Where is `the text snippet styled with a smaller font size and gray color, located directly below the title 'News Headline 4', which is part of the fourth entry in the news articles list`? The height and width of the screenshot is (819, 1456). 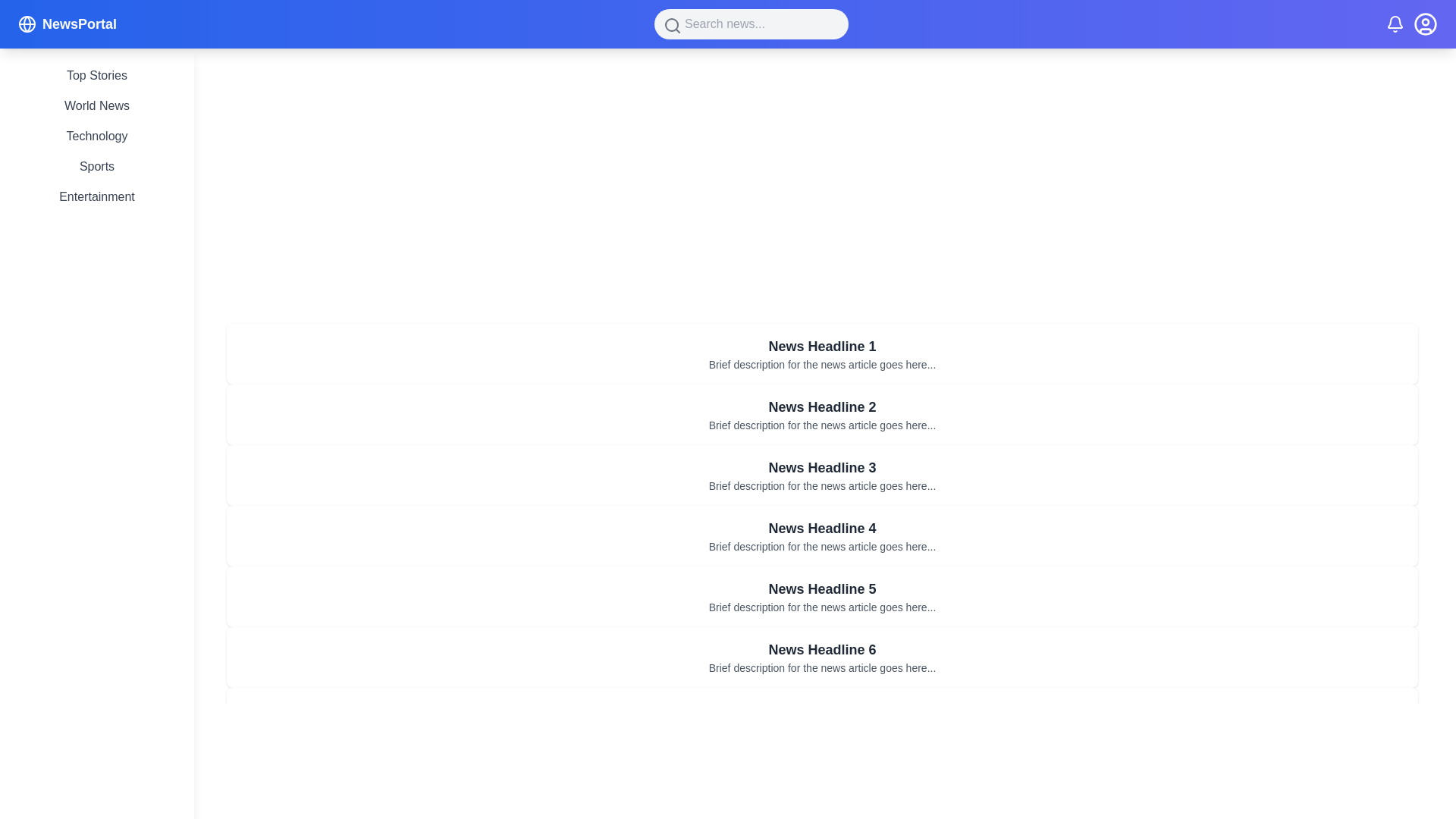 the text snippet styled with a smaller font size and gray color, located directly below the title 'News Headline 4', which is part of the fourth entry in the news articles list is located at coordinates (821, 547).